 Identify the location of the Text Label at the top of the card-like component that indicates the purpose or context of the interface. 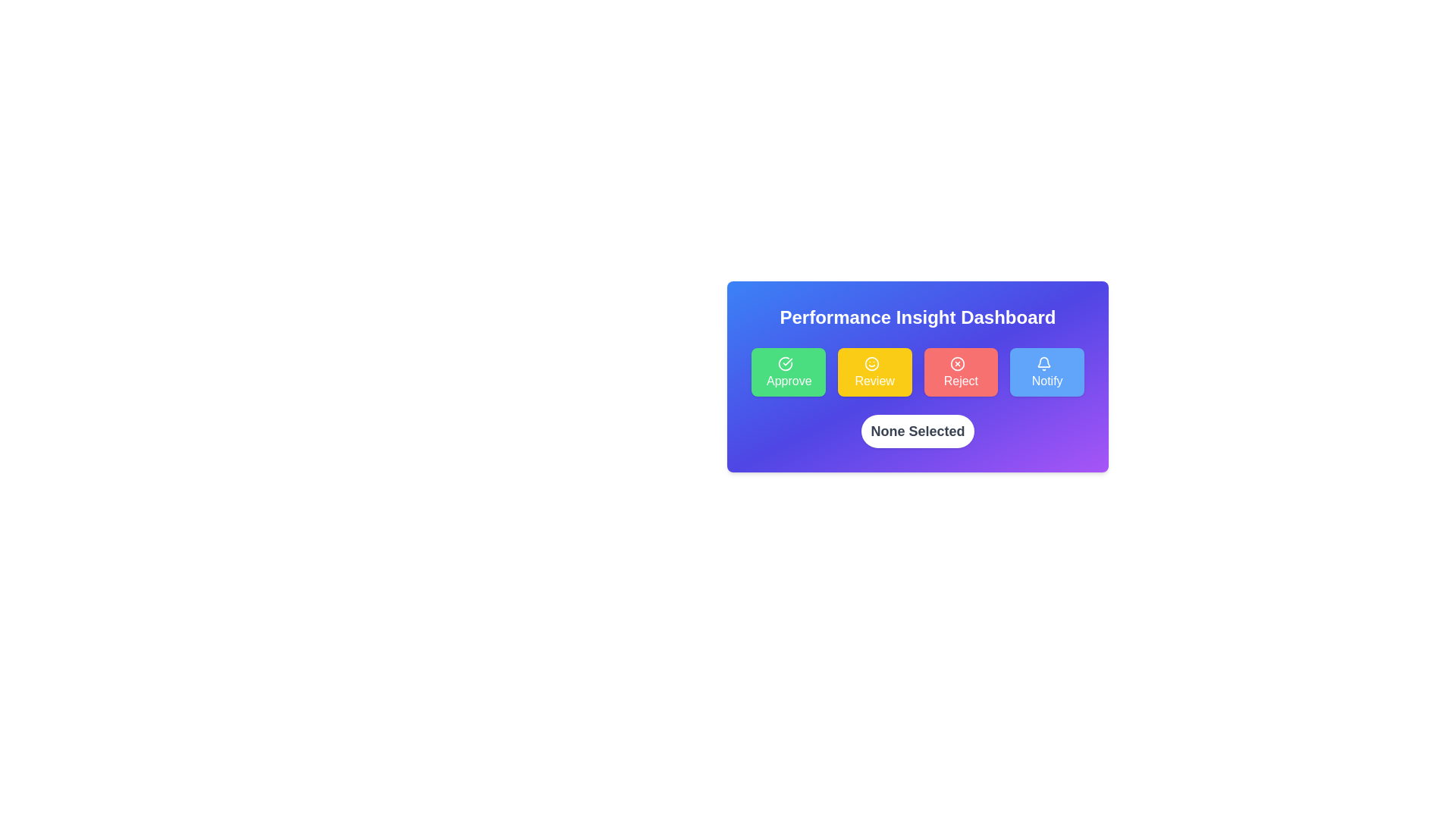
(917, 317).